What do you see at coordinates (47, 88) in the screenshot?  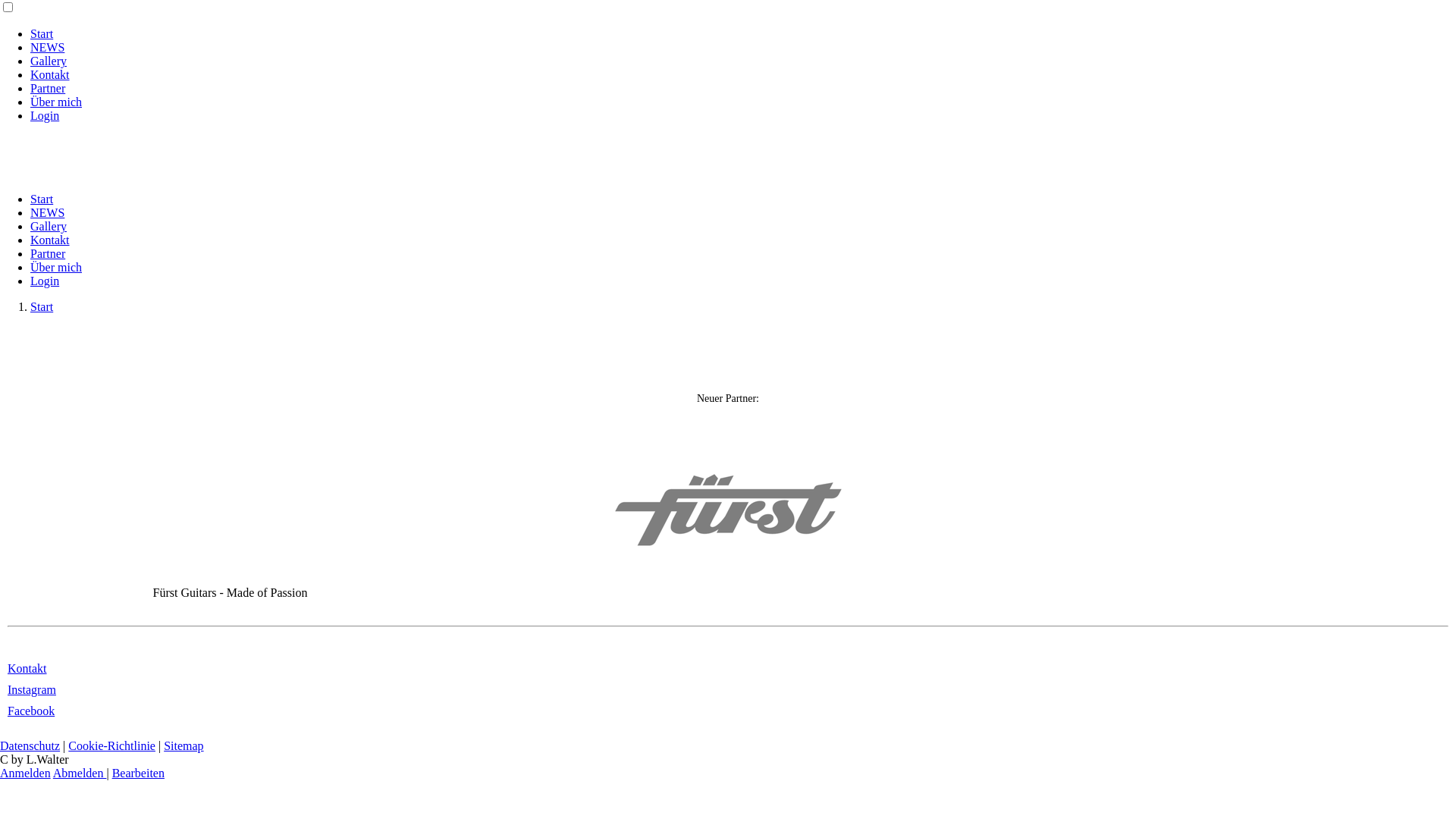 I see `'Partner'` at bounding box center [47, 88].